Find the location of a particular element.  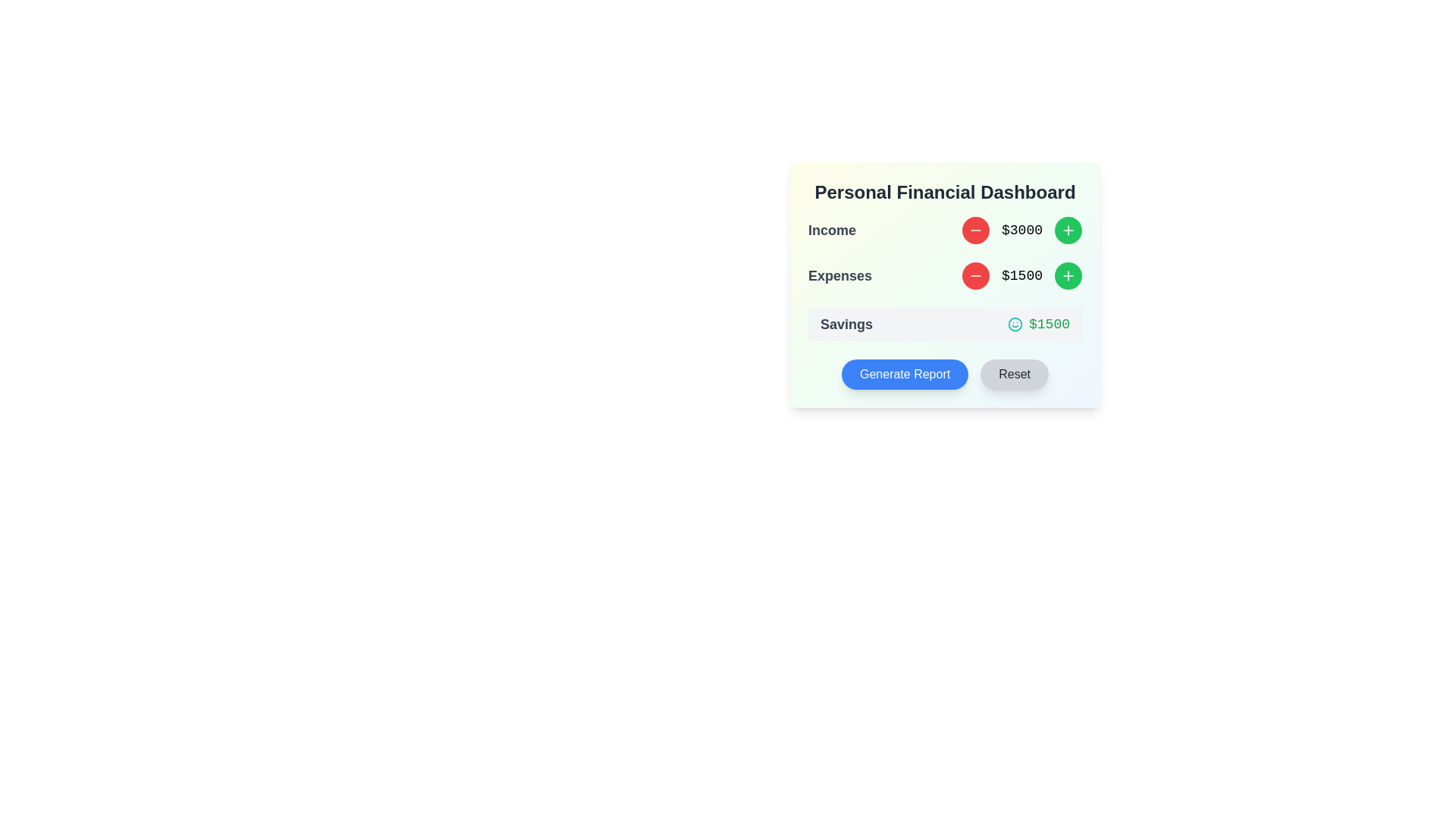

the 'Generate Report' button located at the bottom of the 'Personal Financial Dashboard' section to initiate the report generation process is located at coordinates (944, 374).